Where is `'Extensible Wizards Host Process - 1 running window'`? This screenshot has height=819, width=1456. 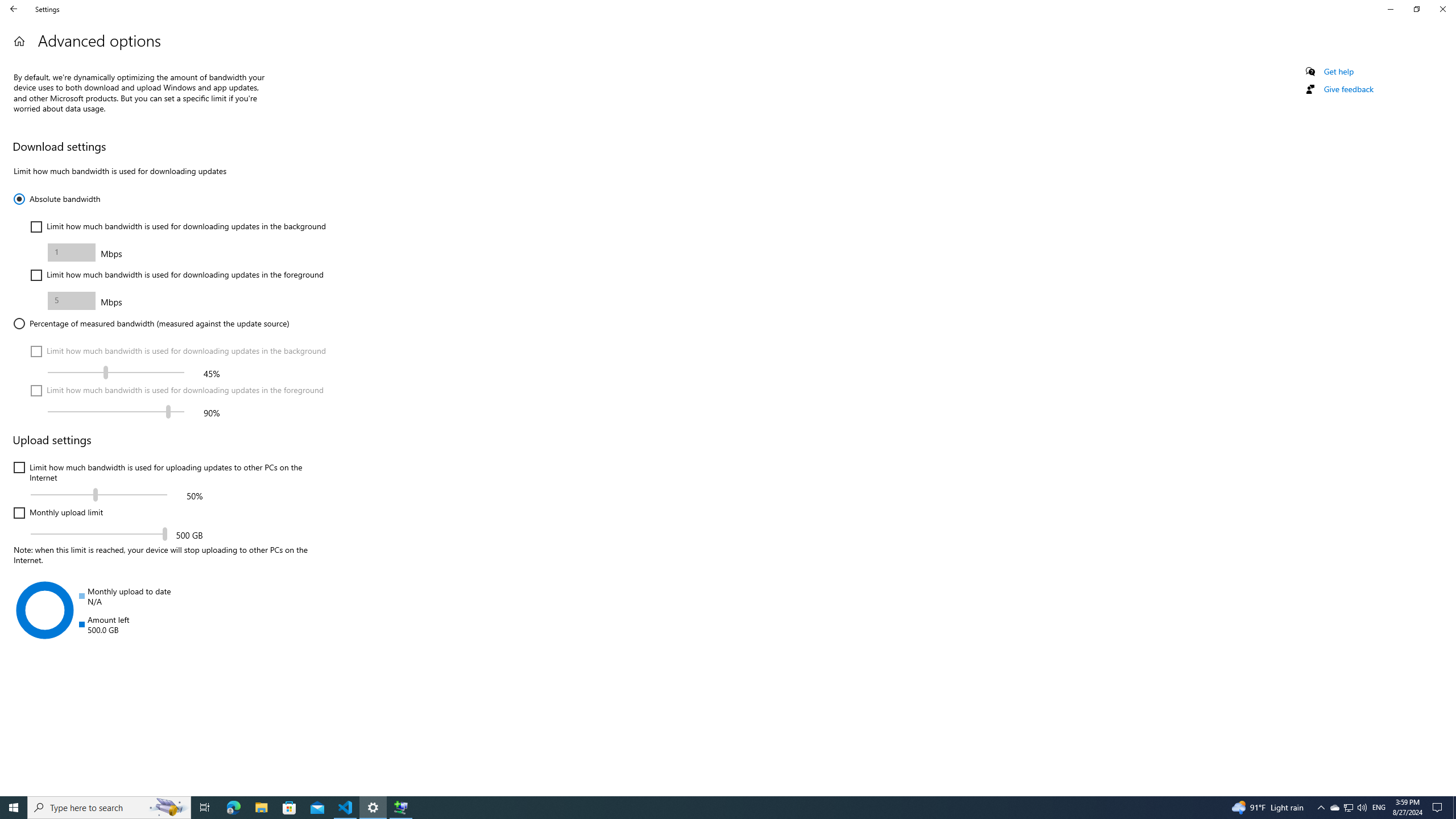
'Extensible Wizards Host Process - 1 running window' is located at coordinates (401, 806).